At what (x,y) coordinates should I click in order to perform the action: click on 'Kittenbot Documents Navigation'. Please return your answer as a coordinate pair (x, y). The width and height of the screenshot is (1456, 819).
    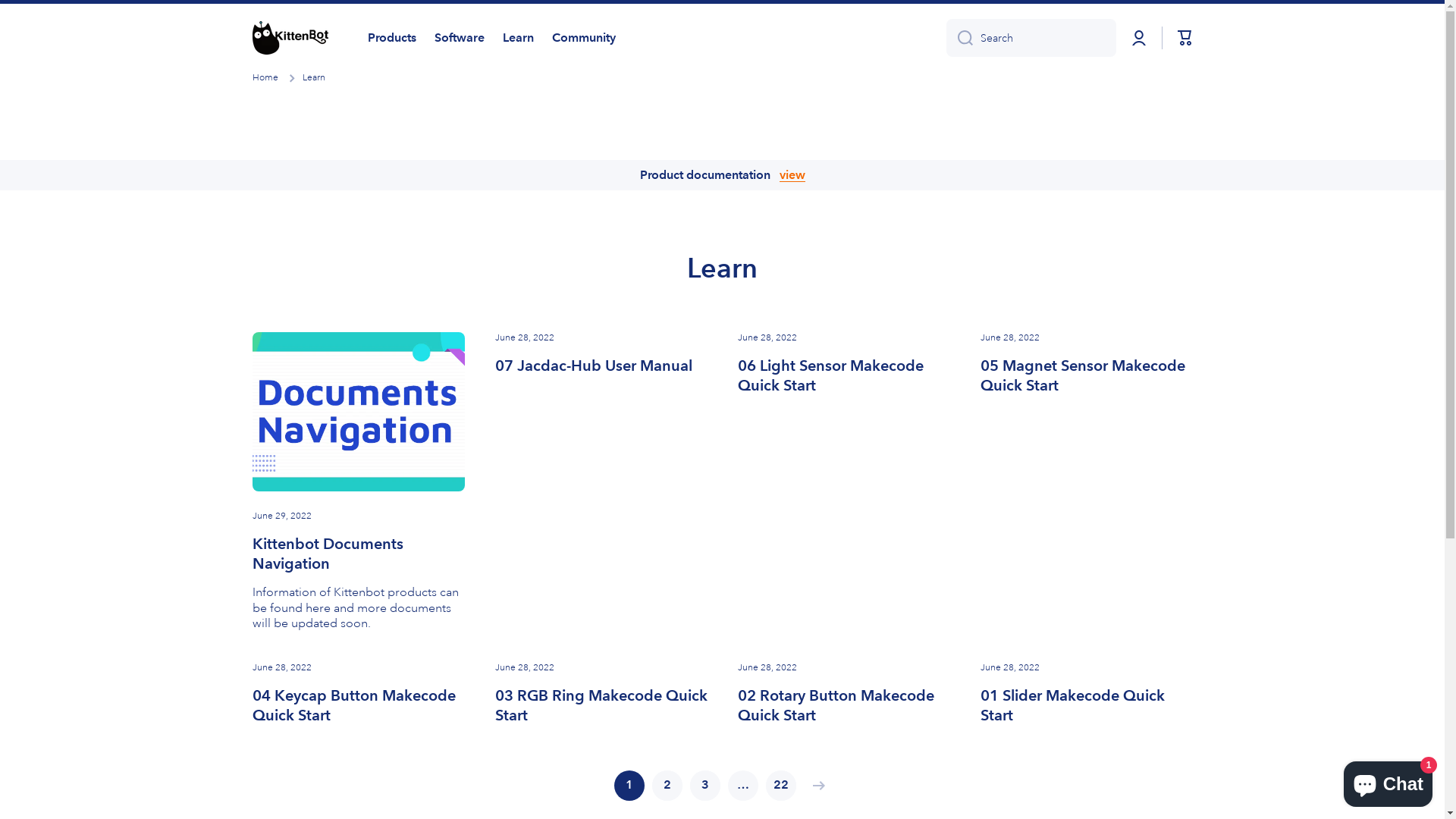
    Looking at the image, I should click on (356, 553).